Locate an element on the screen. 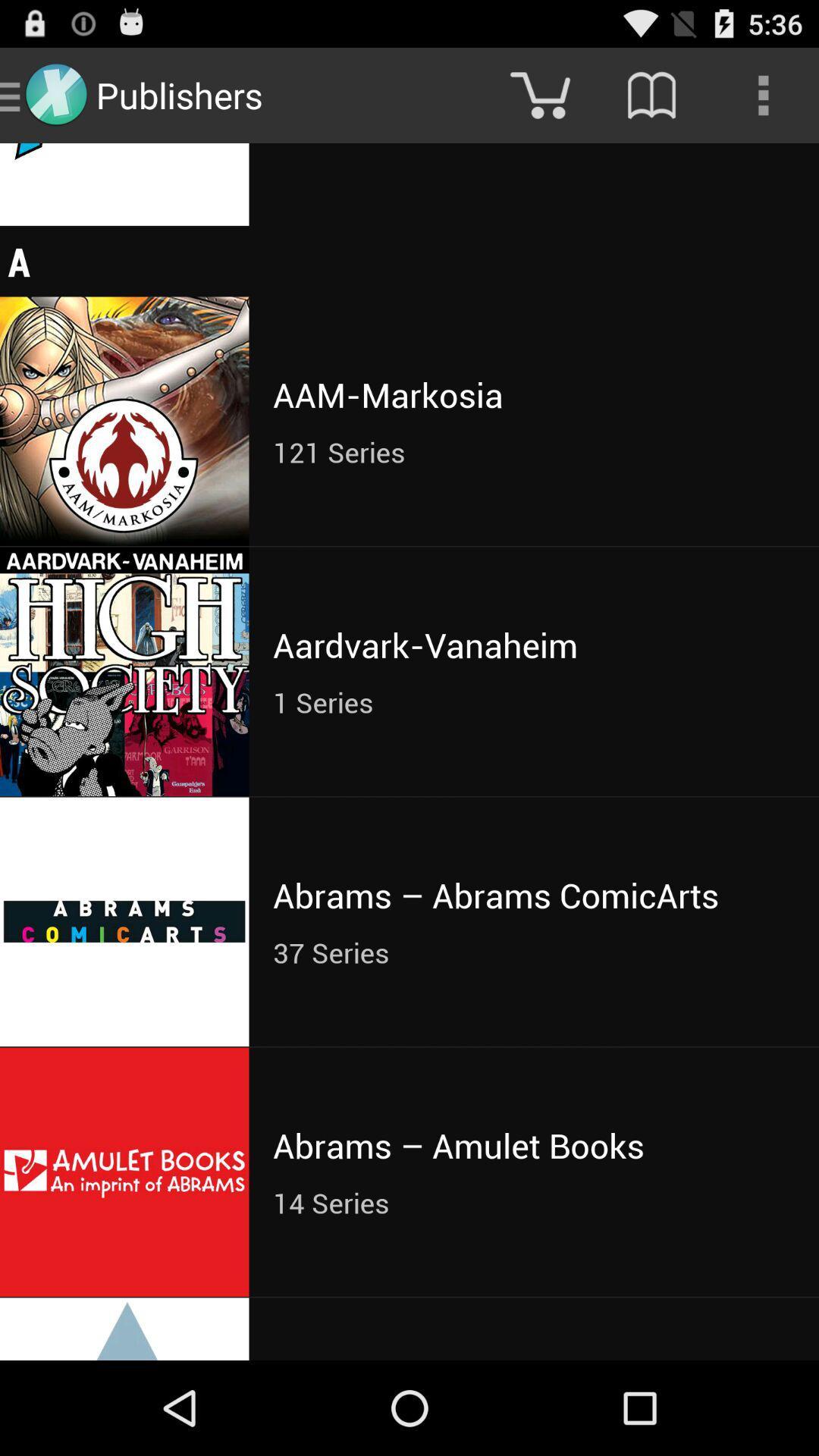  icon above 16 series item is located at coordinates (763, 94).